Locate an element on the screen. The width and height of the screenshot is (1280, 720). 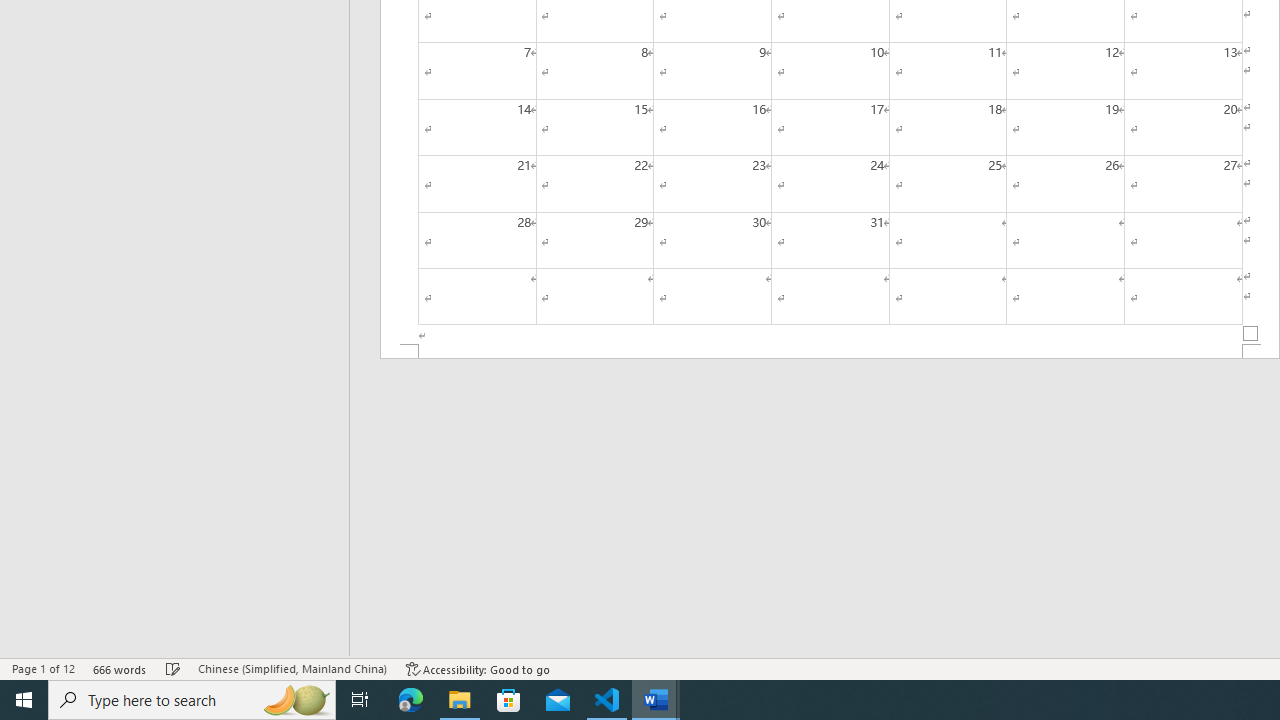
'Language Chinese (Simplified, Mainland China)' is located at coordinates (291, 669).